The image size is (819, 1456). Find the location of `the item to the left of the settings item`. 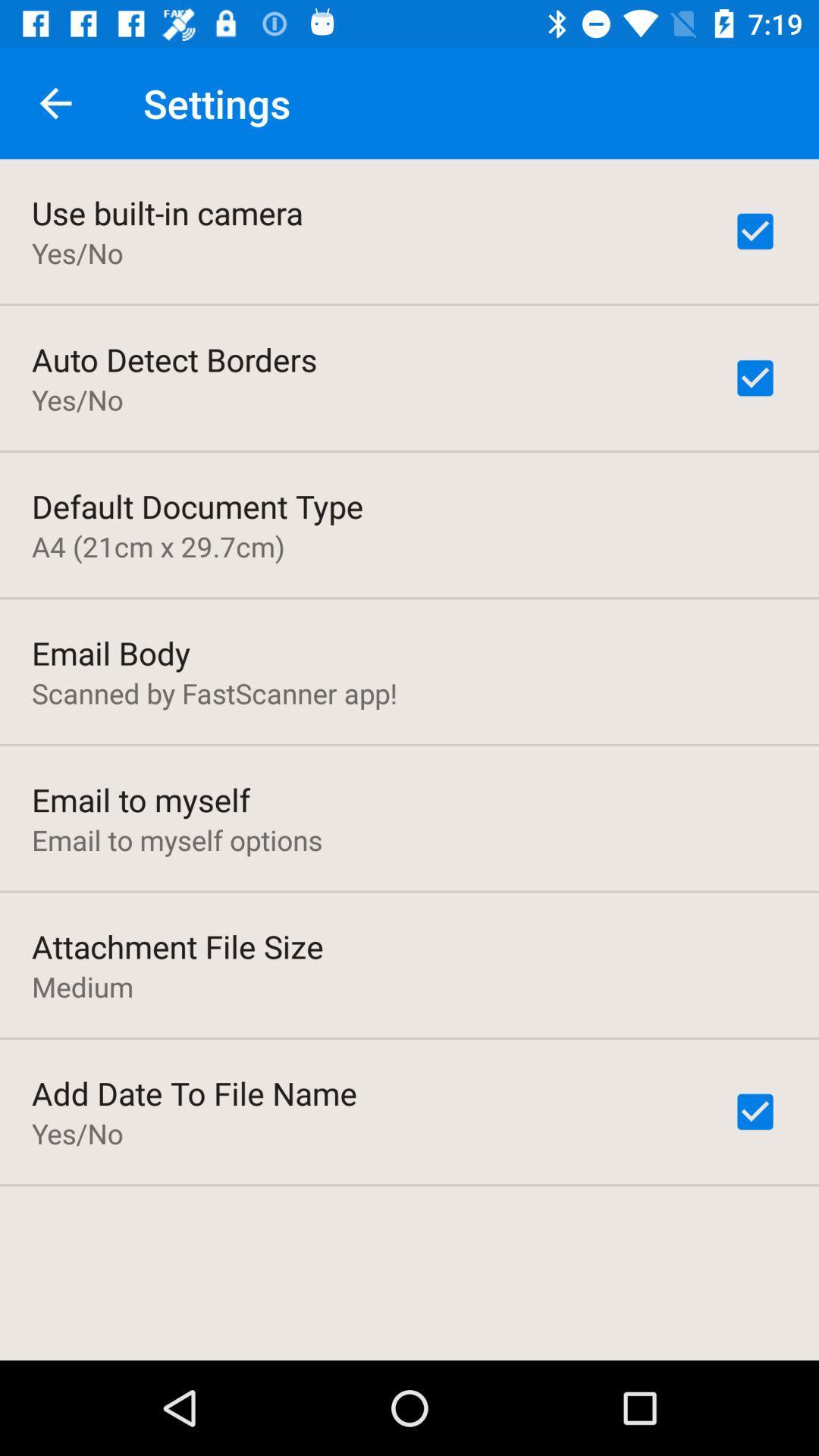

the item to the left of the settings item is located at coordinates (55, 102).